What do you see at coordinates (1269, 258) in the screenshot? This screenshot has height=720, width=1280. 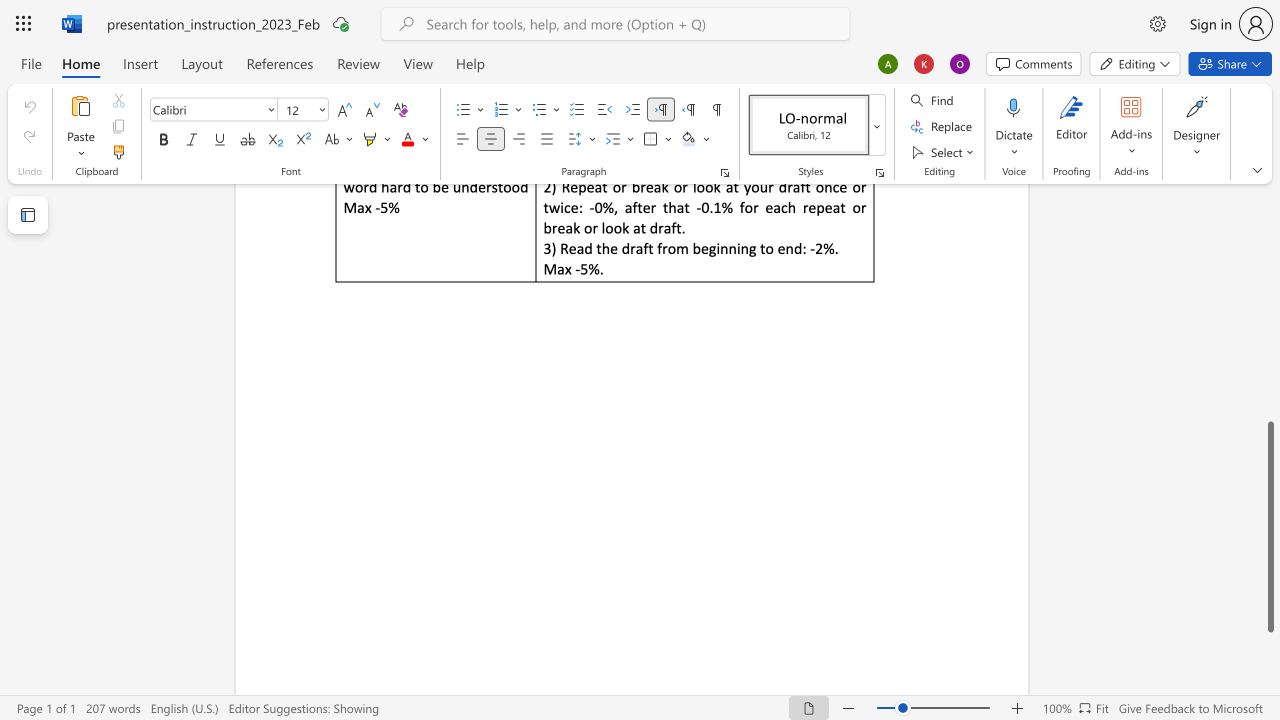 I see `the scrollbar on the side` at bounding box center [1269, 258].